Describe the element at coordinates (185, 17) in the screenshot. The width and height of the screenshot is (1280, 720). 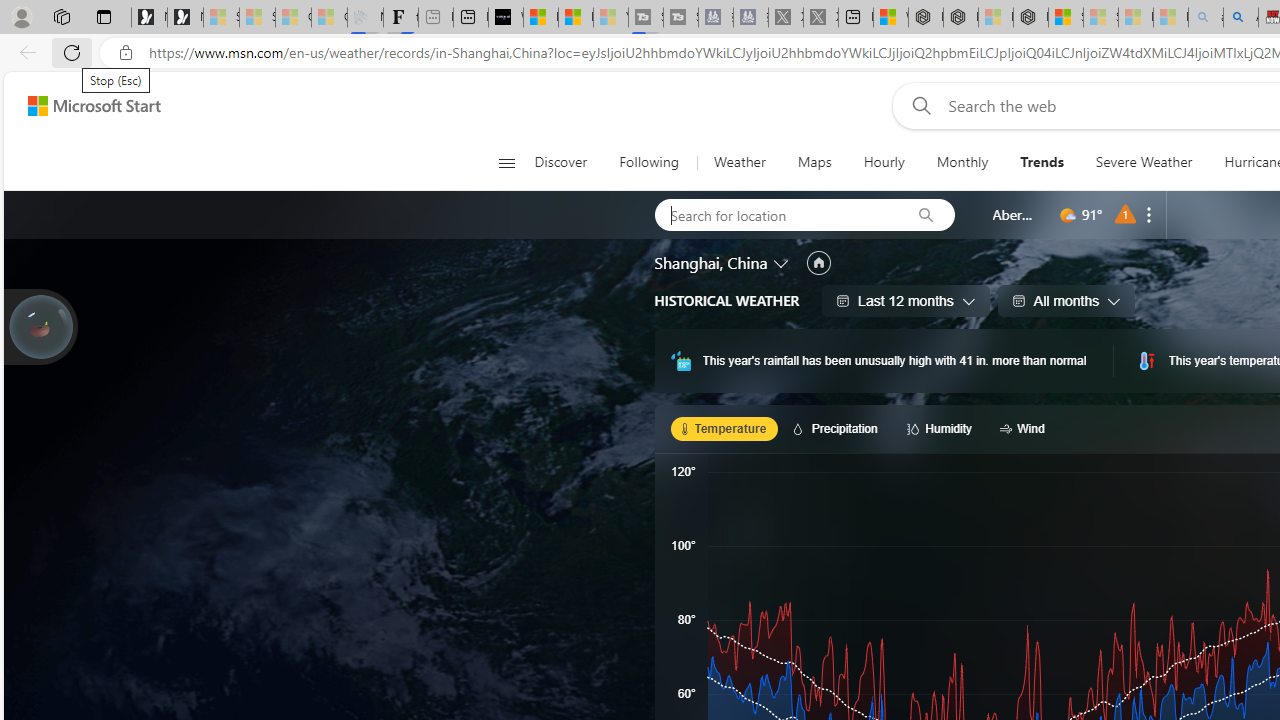
I see `'Newsletter Sign Up'` at that location.